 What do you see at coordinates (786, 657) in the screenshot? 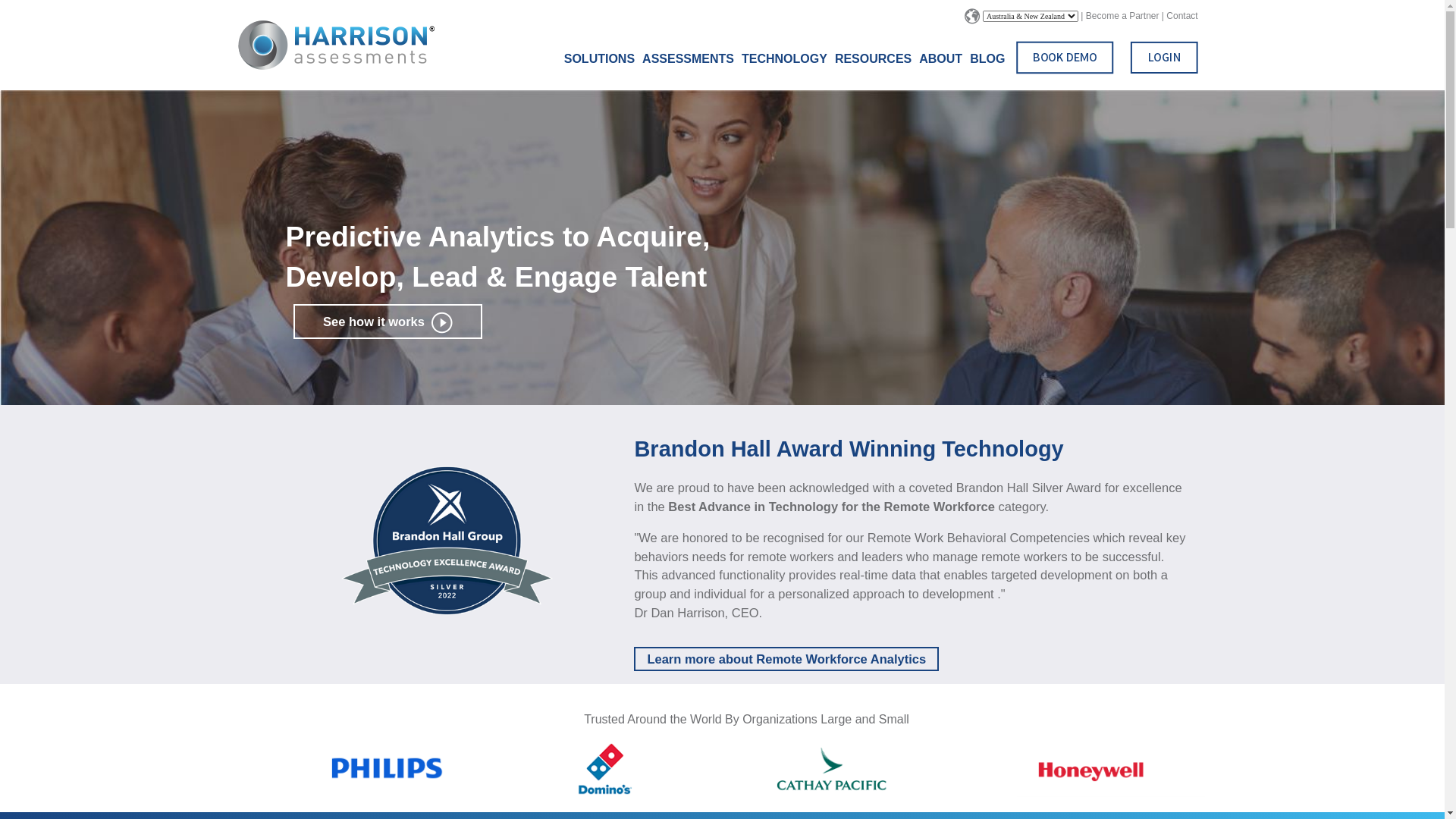
I see `'Learn more about Remote Workforce Analytics'` at bounding box center [786, 657].